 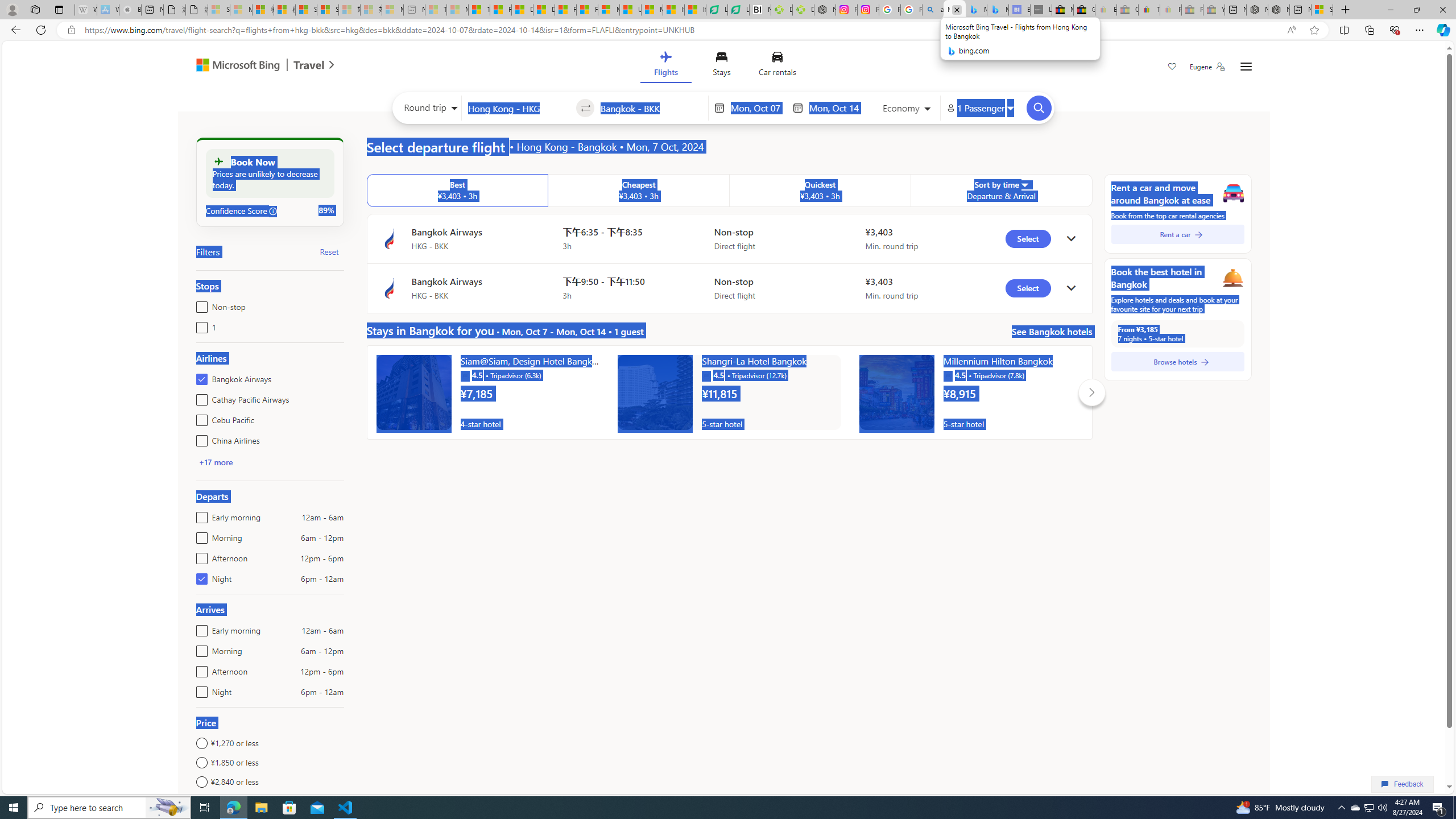 What do you see at coordinates (234, 65) in the screenshot?
I see `'Class: msft-bing-logo msft-bing-logo-desktop'` at bounding box center [234, 65].